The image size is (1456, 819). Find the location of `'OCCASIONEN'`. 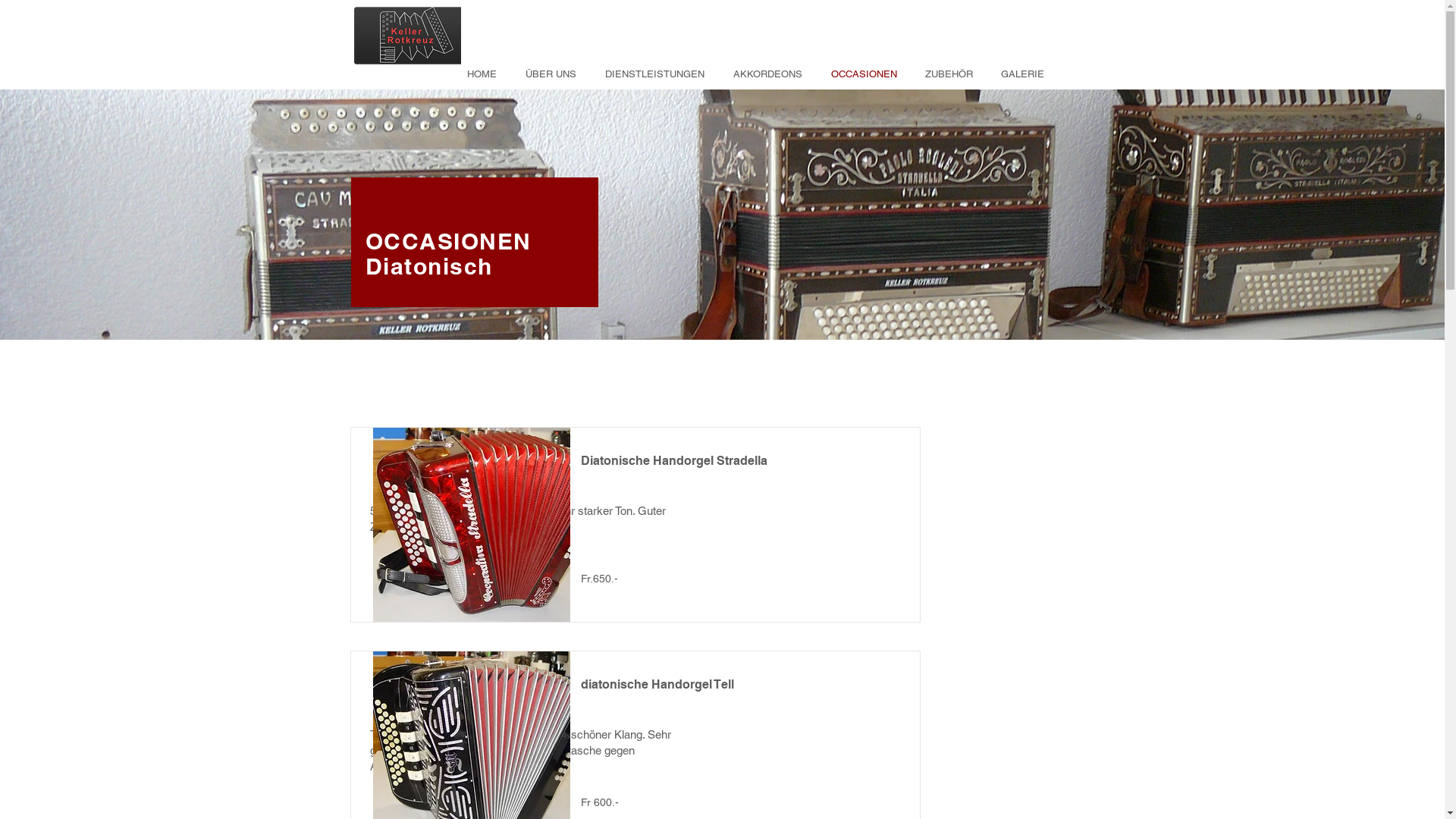

'OCCASIONEN' is located at coordinates (447, 240).